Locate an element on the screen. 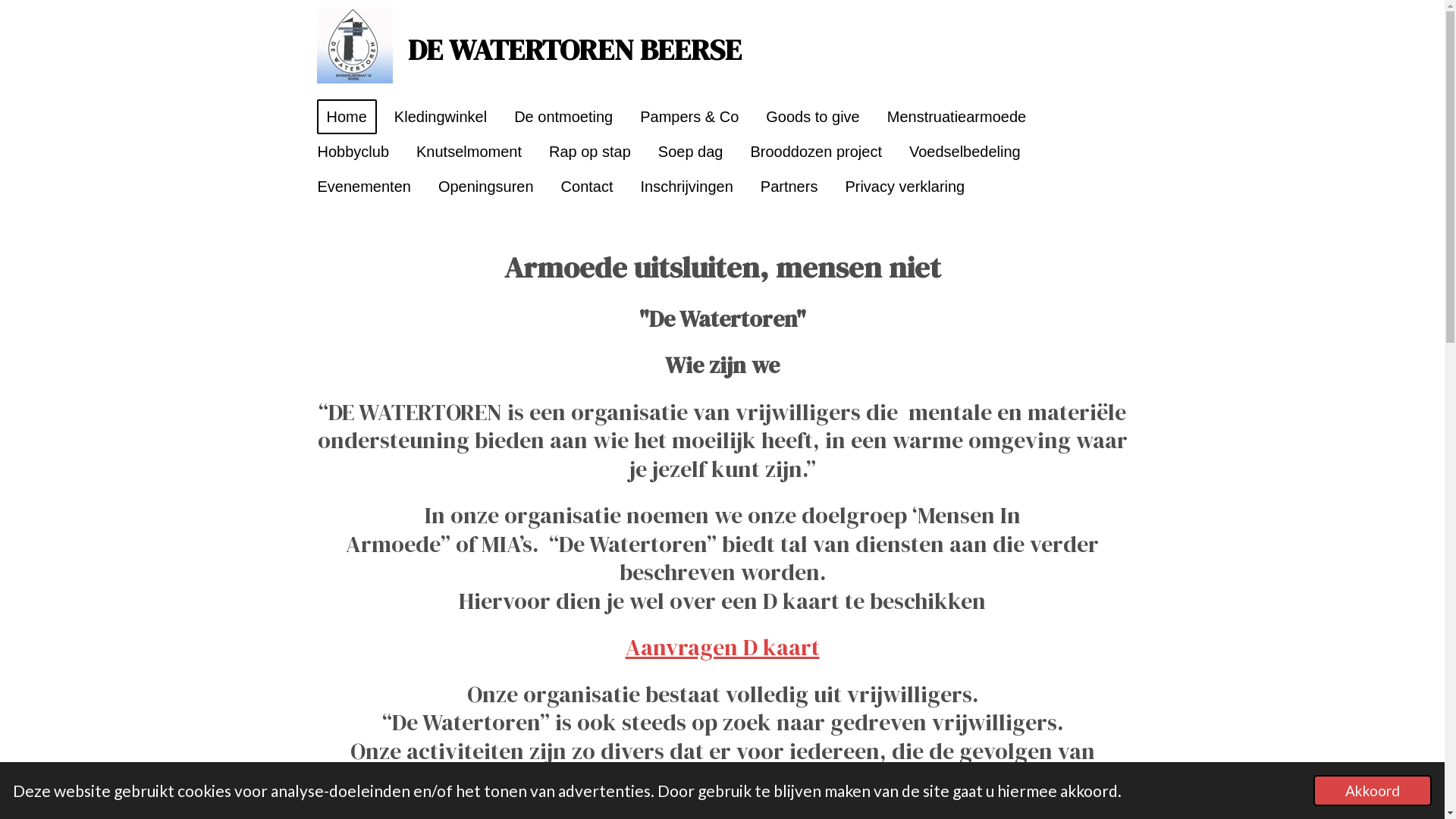 Image resolution: width=1456 pixels, height=819 pixels. 'De ontmoeting' is located at coordinates (504, 116).